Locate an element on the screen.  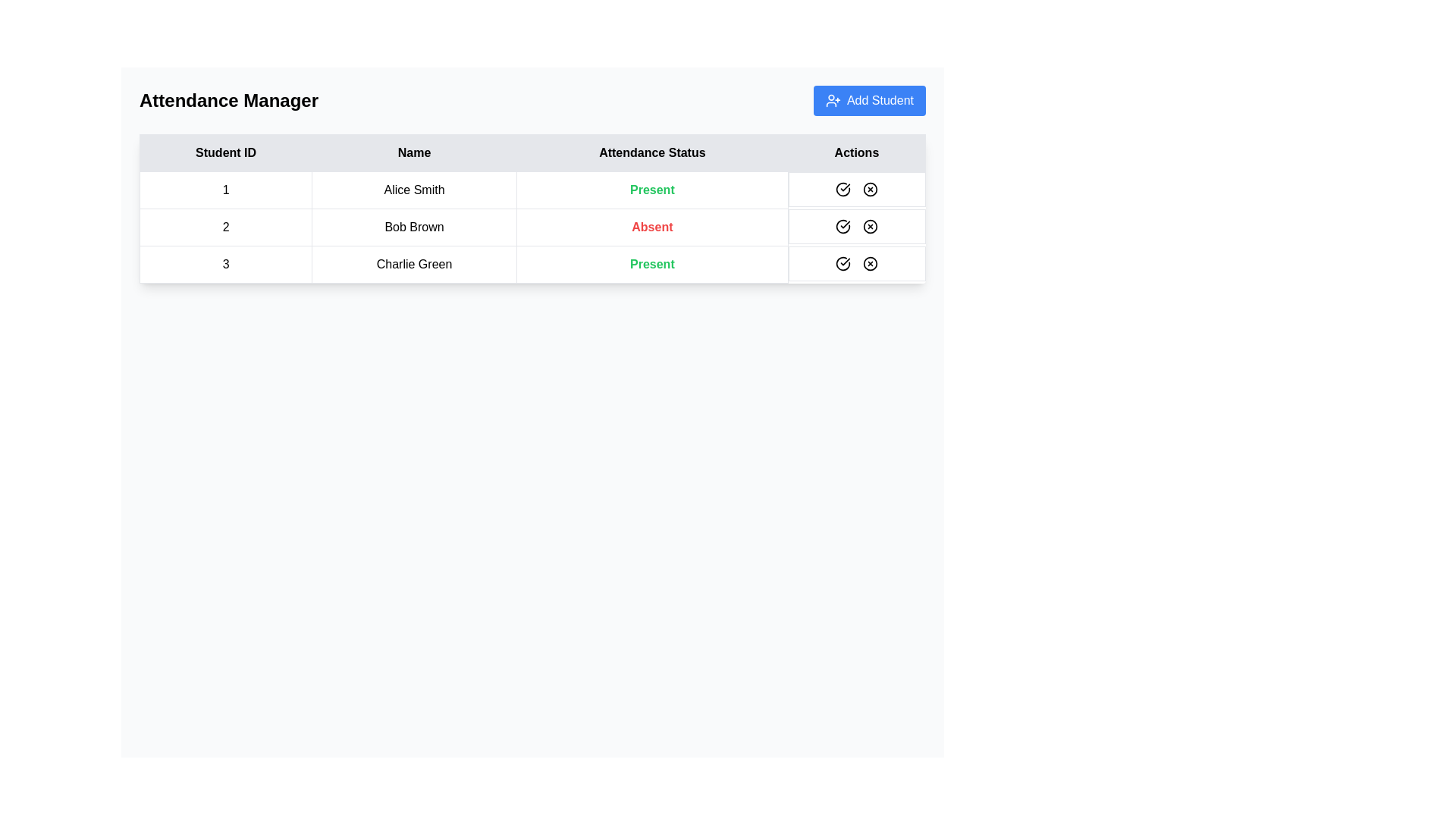
the leftmost circular checkmark icon in the 'Actions' column of the row for 'Charlie Green' is located at coordinates (843, 226).